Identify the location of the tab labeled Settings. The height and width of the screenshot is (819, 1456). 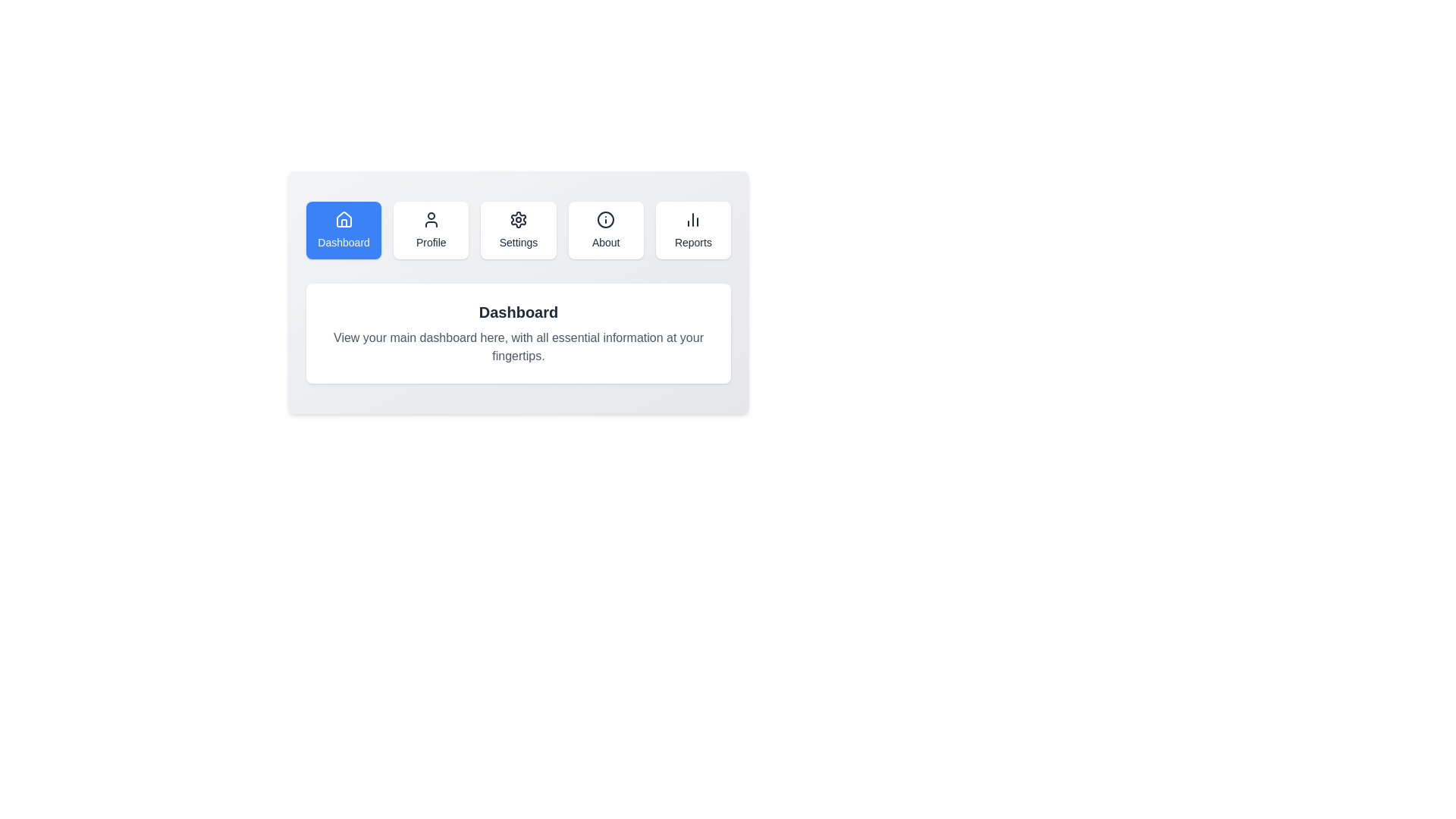
(518, 231).